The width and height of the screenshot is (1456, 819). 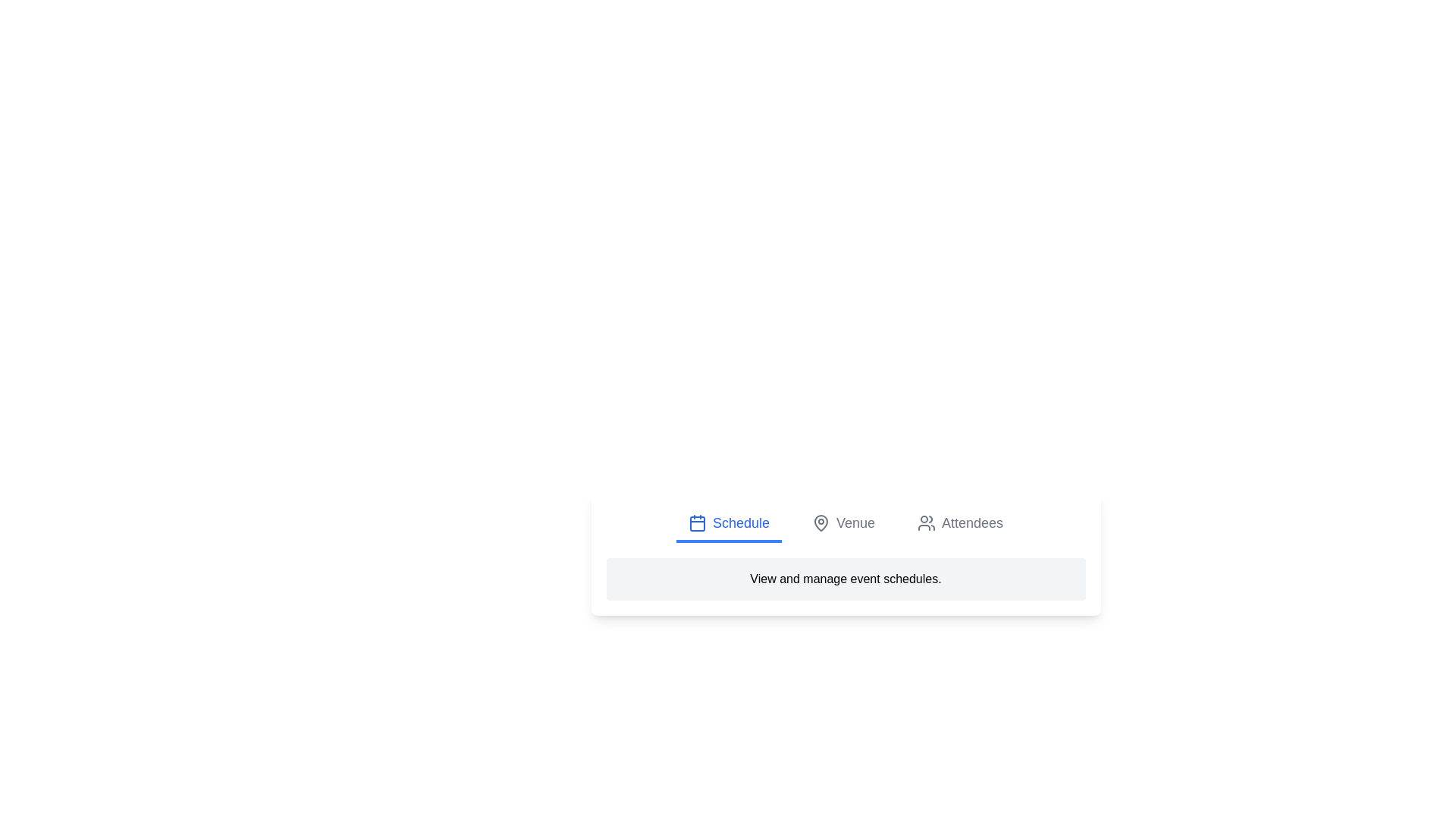 What do you see at coordinates (926, 522) in the screenshot?
I see `the Attendees tab by clicking on its icon` at bounding box center [926, 522].